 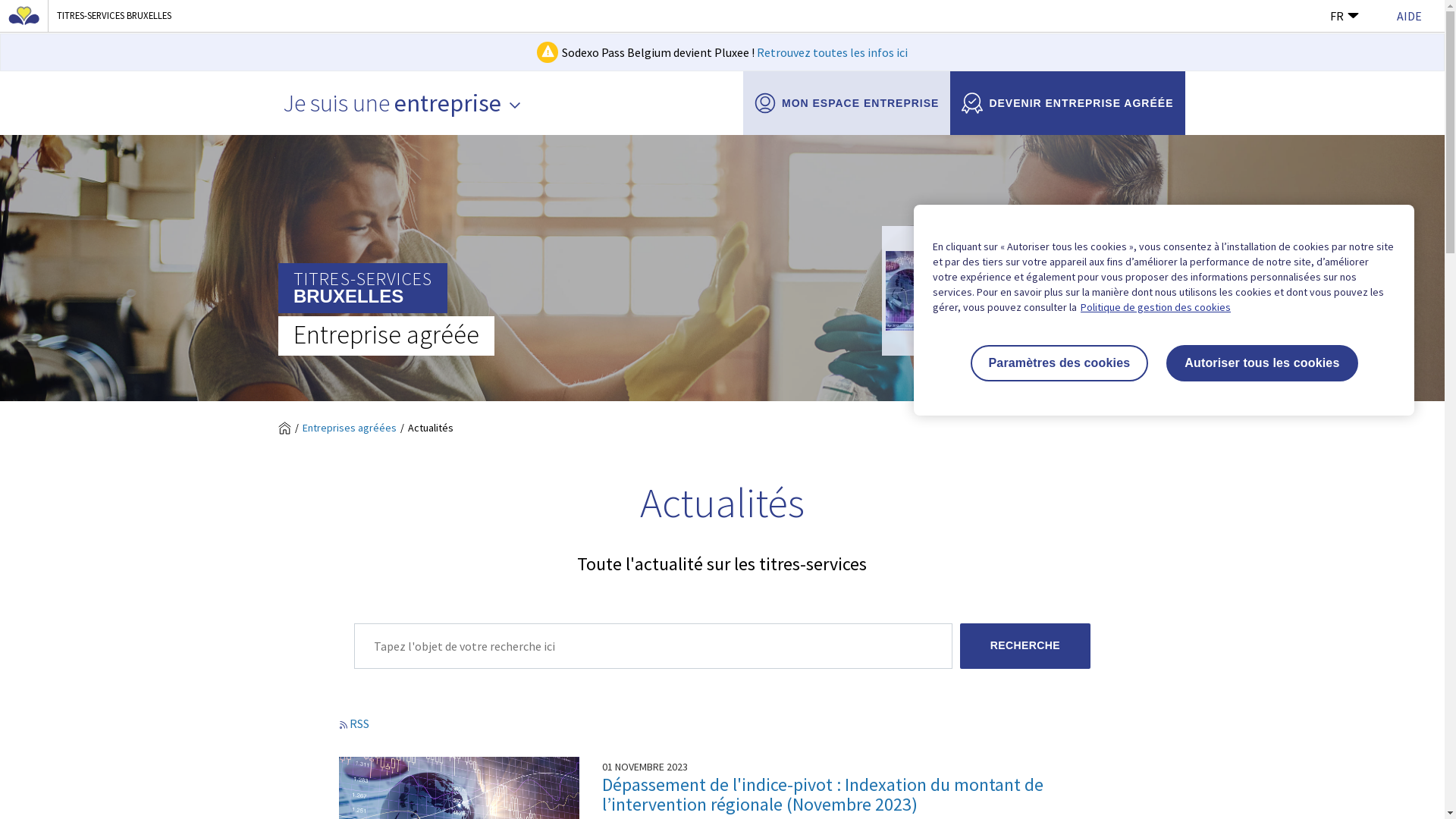 What do you see at coordinates (1396, 15) in the screenshot?
I see `'AIDE'` at bounding box center [1396, 15].